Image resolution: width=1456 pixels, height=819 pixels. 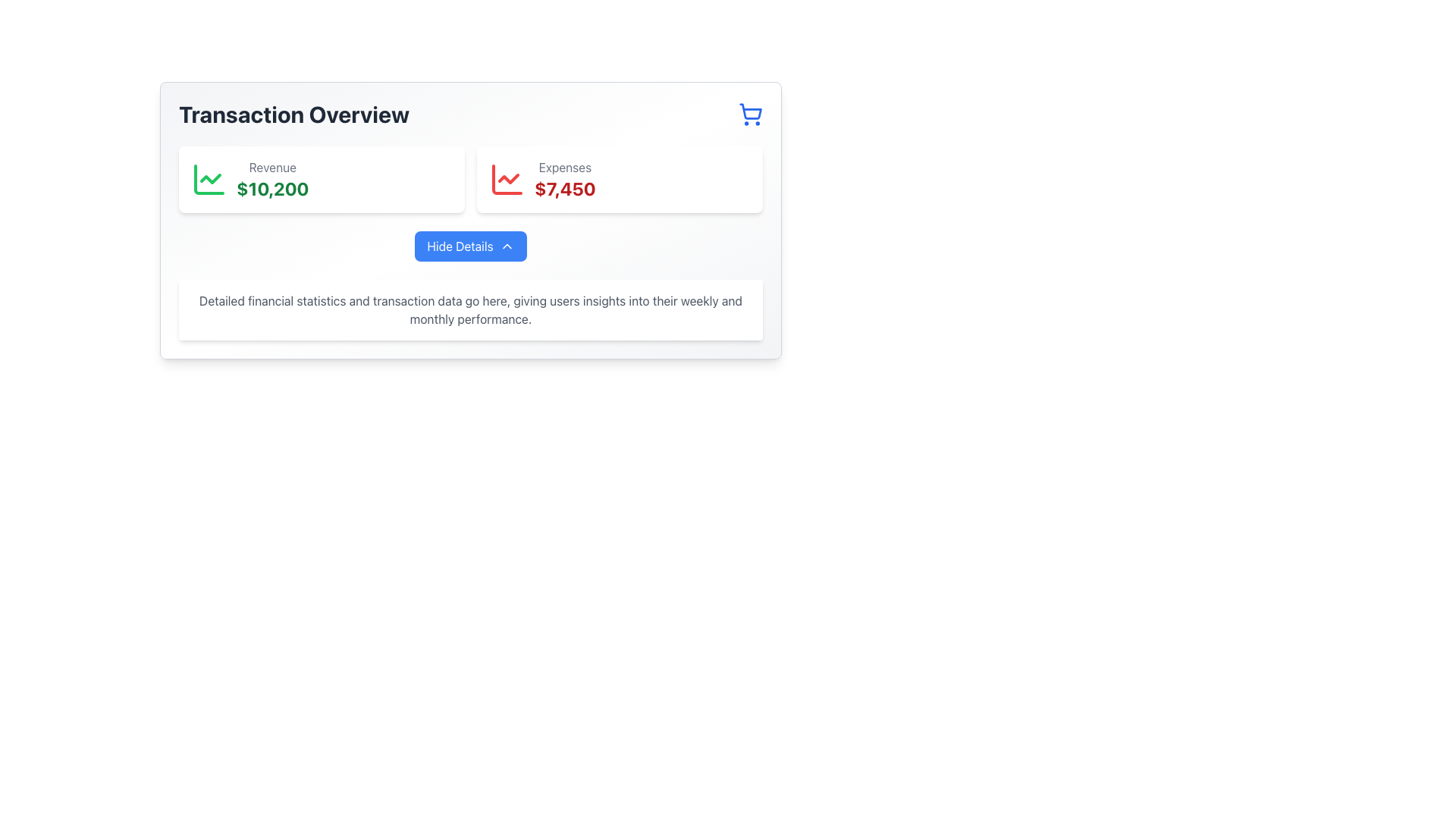 What do you see at coordinates (272, 188) in the screenshot?
I see `numerical value '$10,200' displayed in bold green text within the 'Revenue' card of the 'Transaction Overview' section` at bounding box center [272, 188].